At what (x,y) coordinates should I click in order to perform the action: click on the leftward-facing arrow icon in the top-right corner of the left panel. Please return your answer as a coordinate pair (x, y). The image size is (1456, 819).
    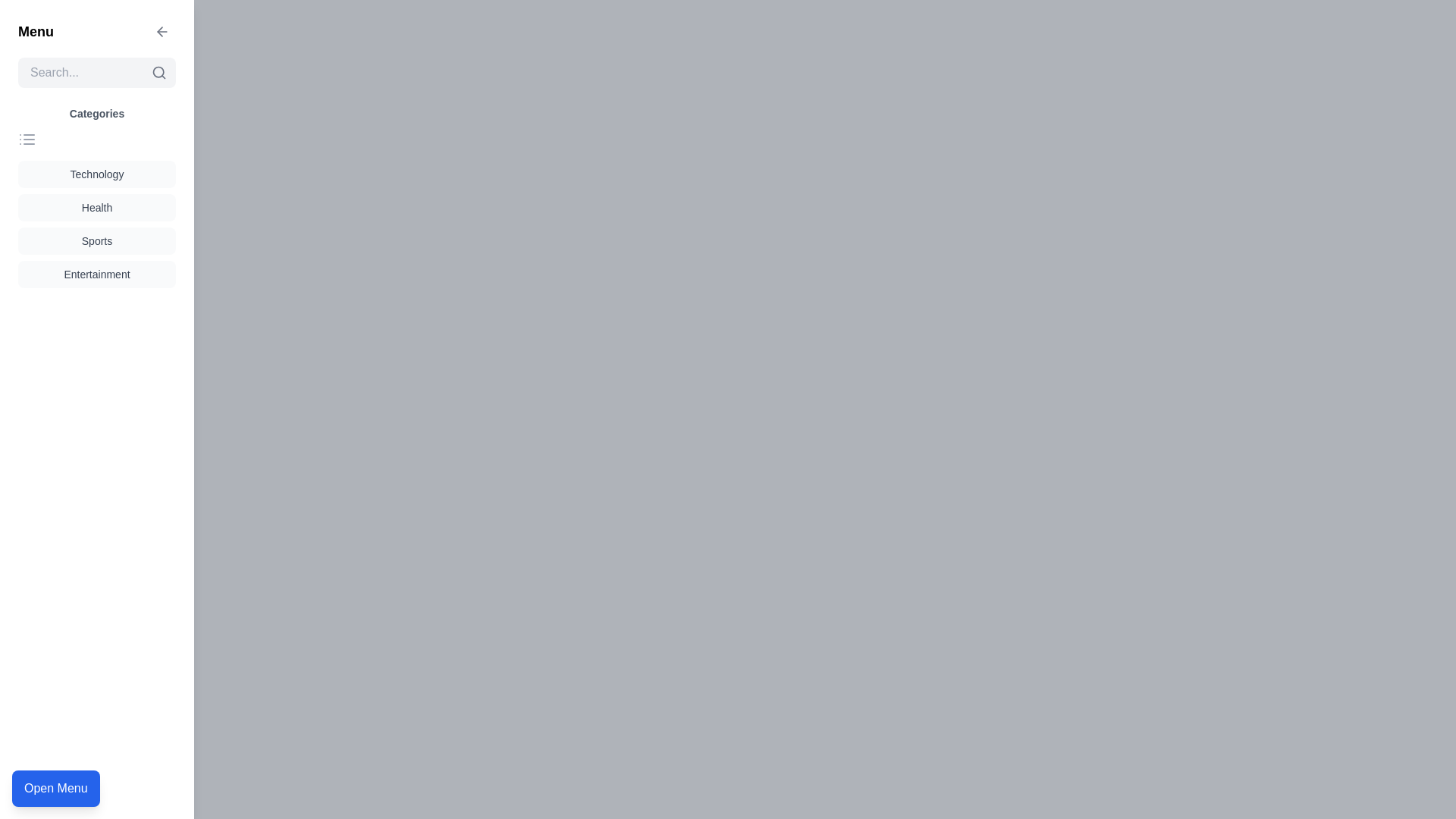
    Looking at the image, I should click on (162, 32).